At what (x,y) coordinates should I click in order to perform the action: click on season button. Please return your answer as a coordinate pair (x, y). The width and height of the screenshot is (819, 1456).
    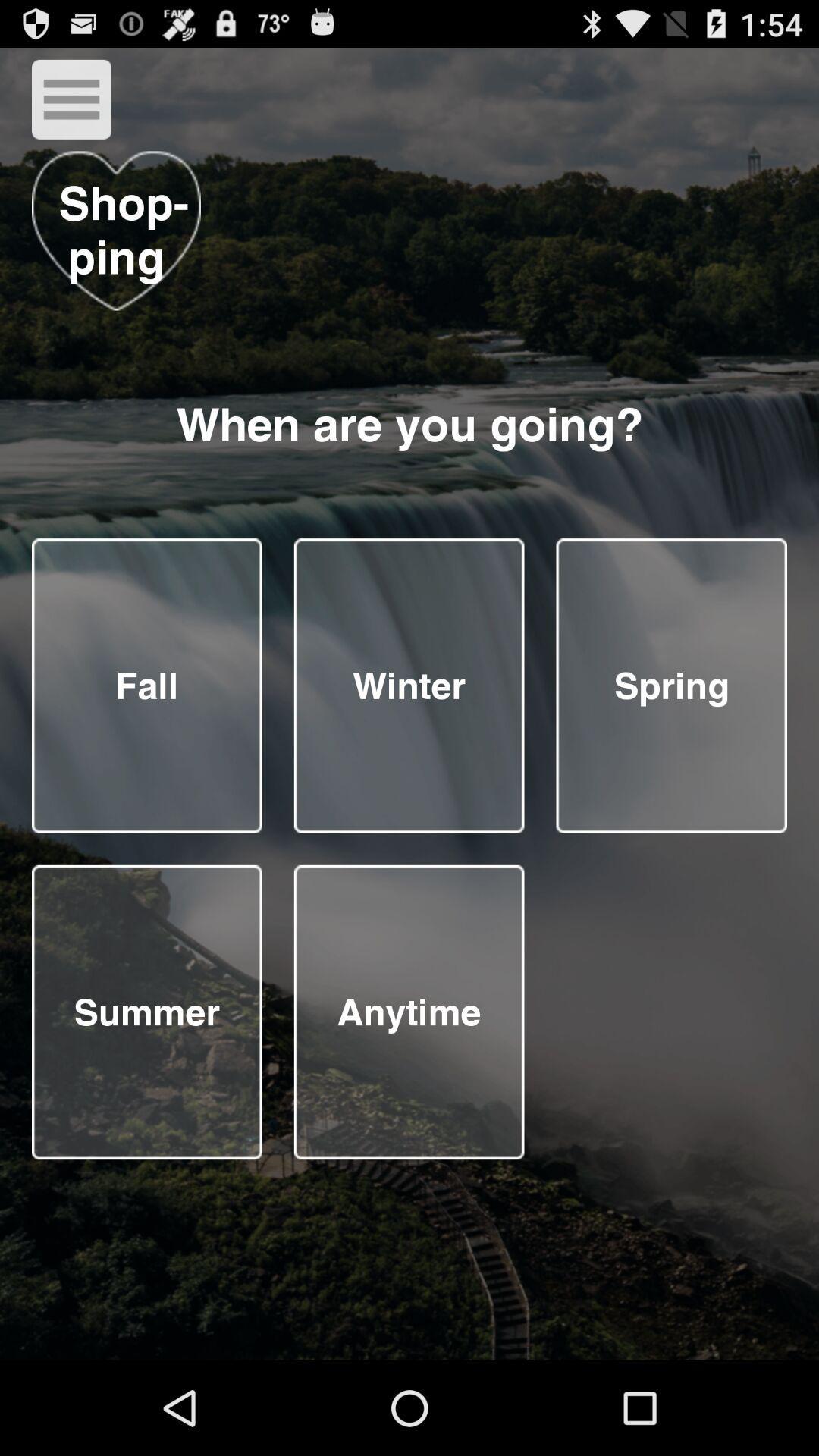
    Looking at the image, I should click on (408, 1012).